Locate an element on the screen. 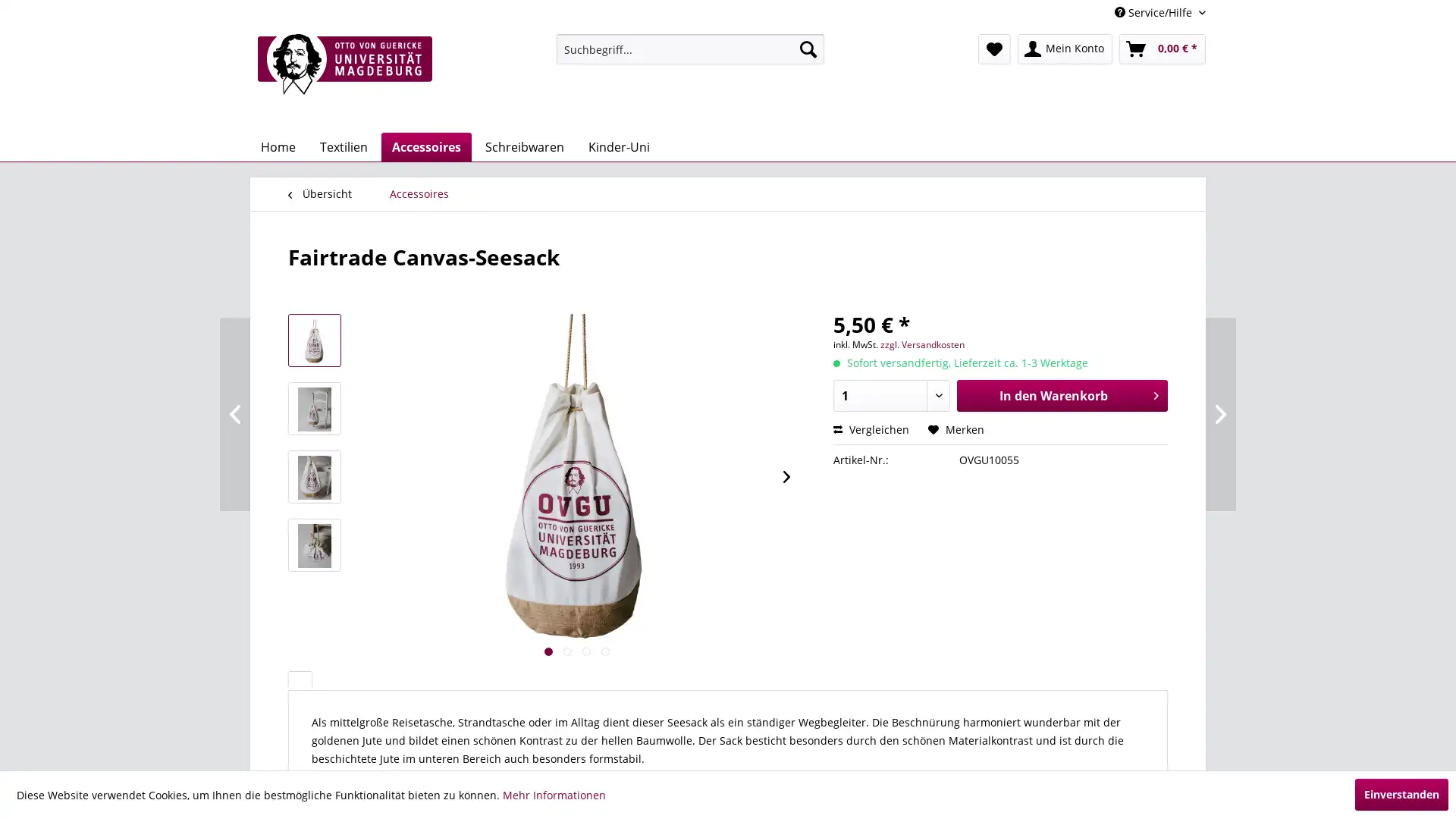 This screenshot has width=1456, height=819. Vergleichen is located at coordinates (871, 429).